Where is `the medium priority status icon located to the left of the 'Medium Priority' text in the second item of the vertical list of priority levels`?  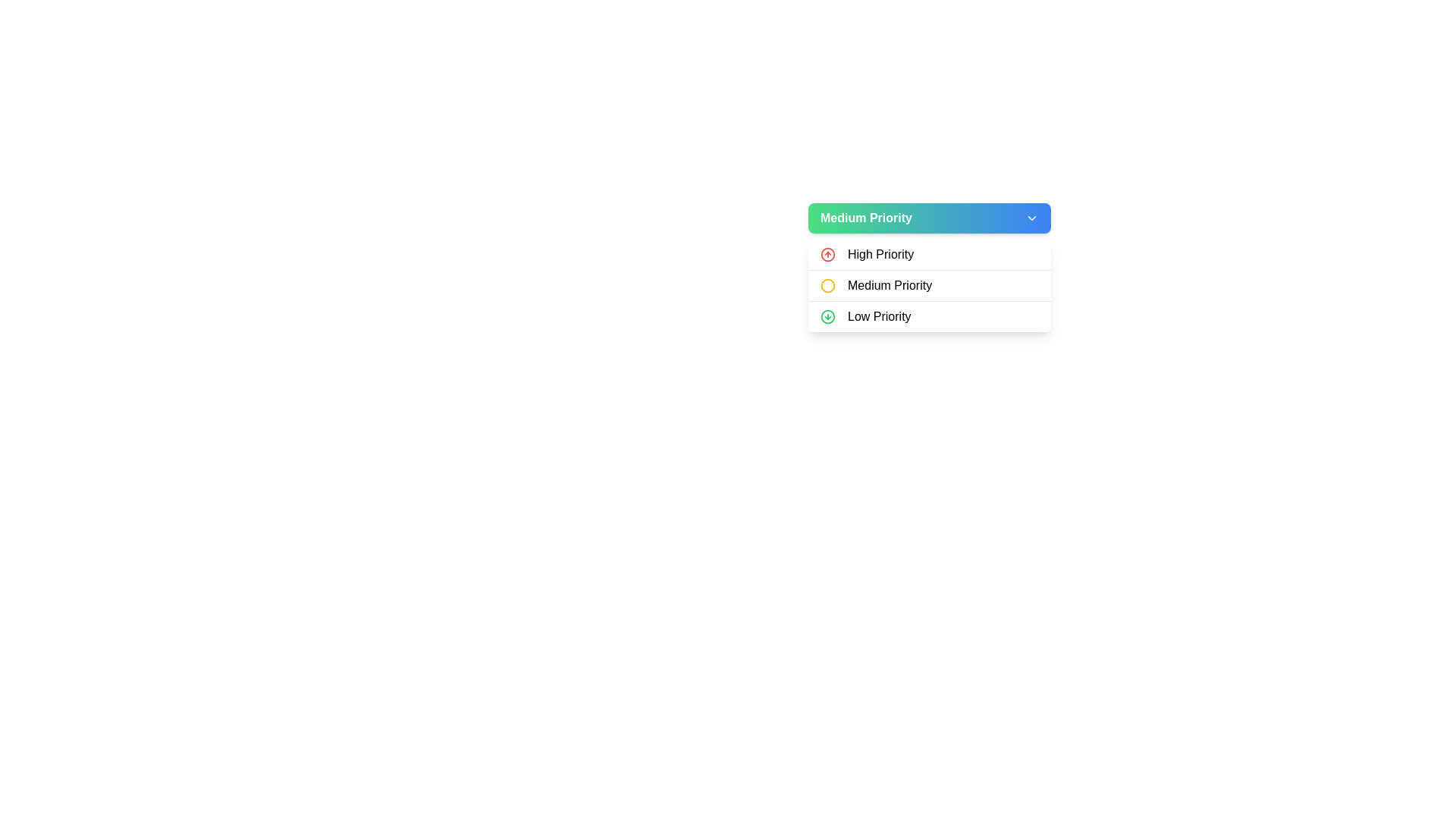
the medium priority status icon located to the left of the 'Medium Priority' text in the second item of the vertical list of priority levels is located at coordinates (827, 286).